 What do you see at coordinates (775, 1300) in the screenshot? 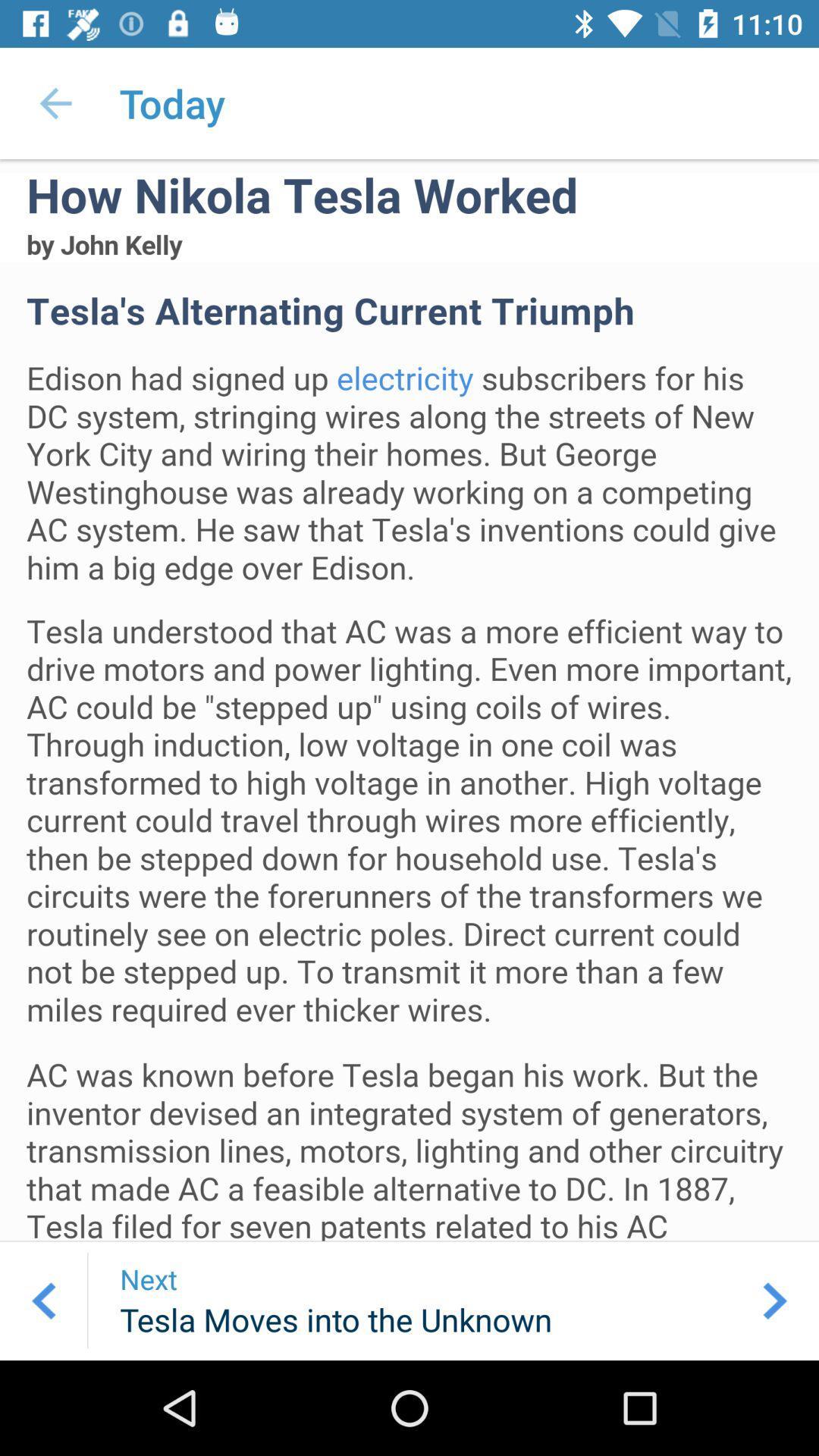
I see `next` at bounding box center [775, 1300].